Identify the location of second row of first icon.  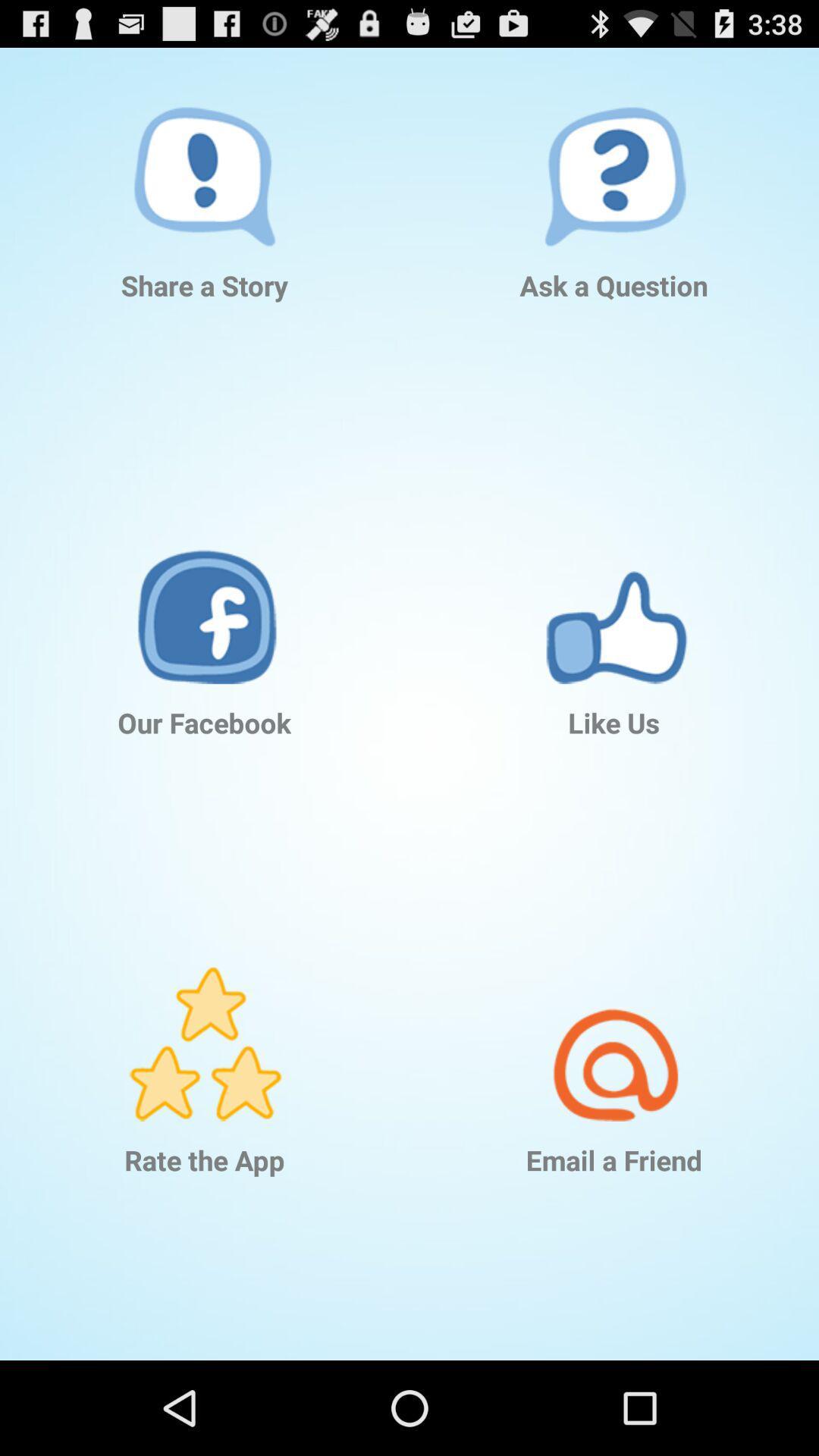
(205, 584).